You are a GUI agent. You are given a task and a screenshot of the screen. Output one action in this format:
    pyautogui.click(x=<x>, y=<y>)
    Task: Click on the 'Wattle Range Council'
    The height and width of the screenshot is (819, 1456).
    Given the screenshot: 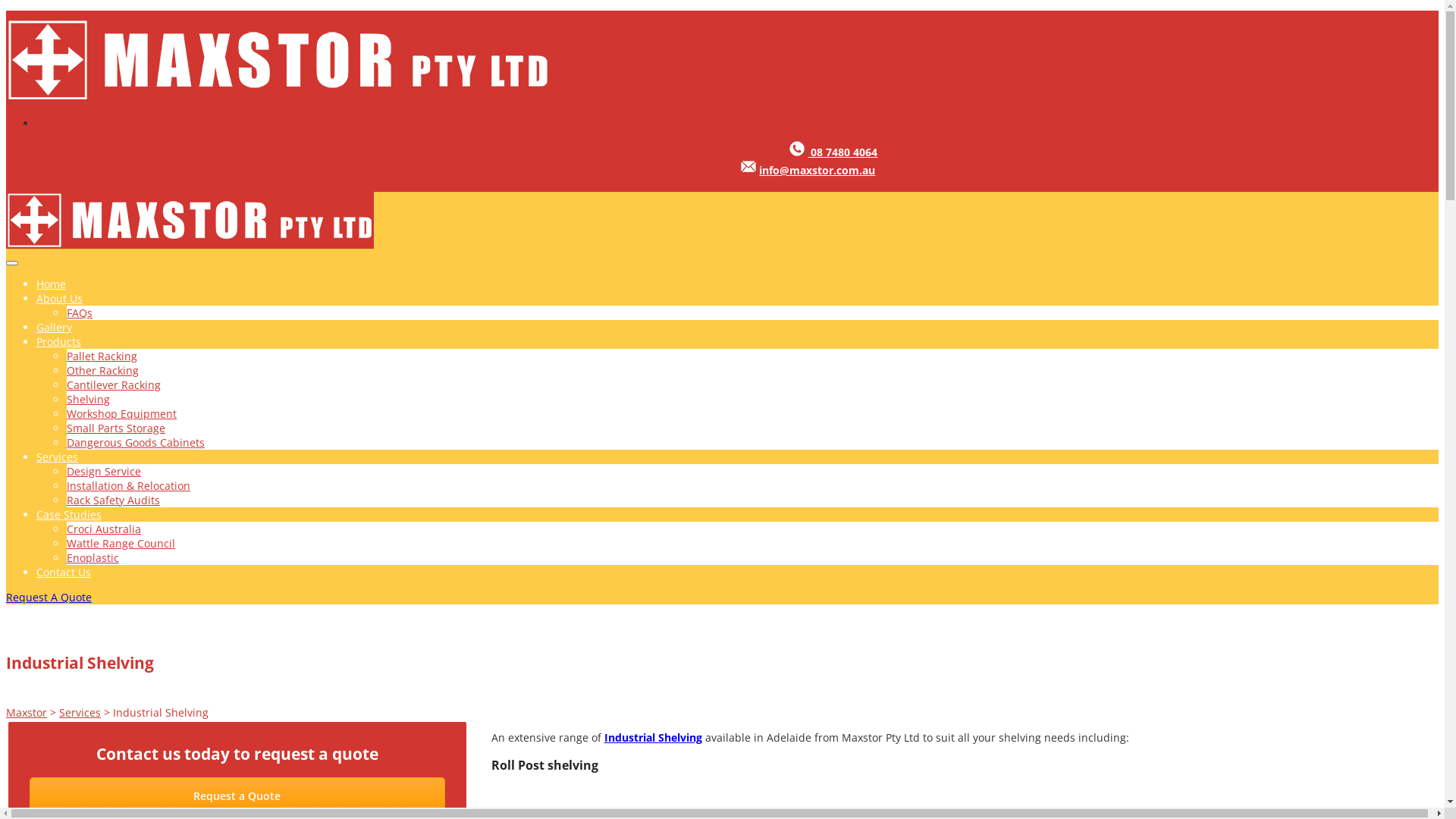 What is the action you would take?
    pyautogui.click(x=65, y=542)
    